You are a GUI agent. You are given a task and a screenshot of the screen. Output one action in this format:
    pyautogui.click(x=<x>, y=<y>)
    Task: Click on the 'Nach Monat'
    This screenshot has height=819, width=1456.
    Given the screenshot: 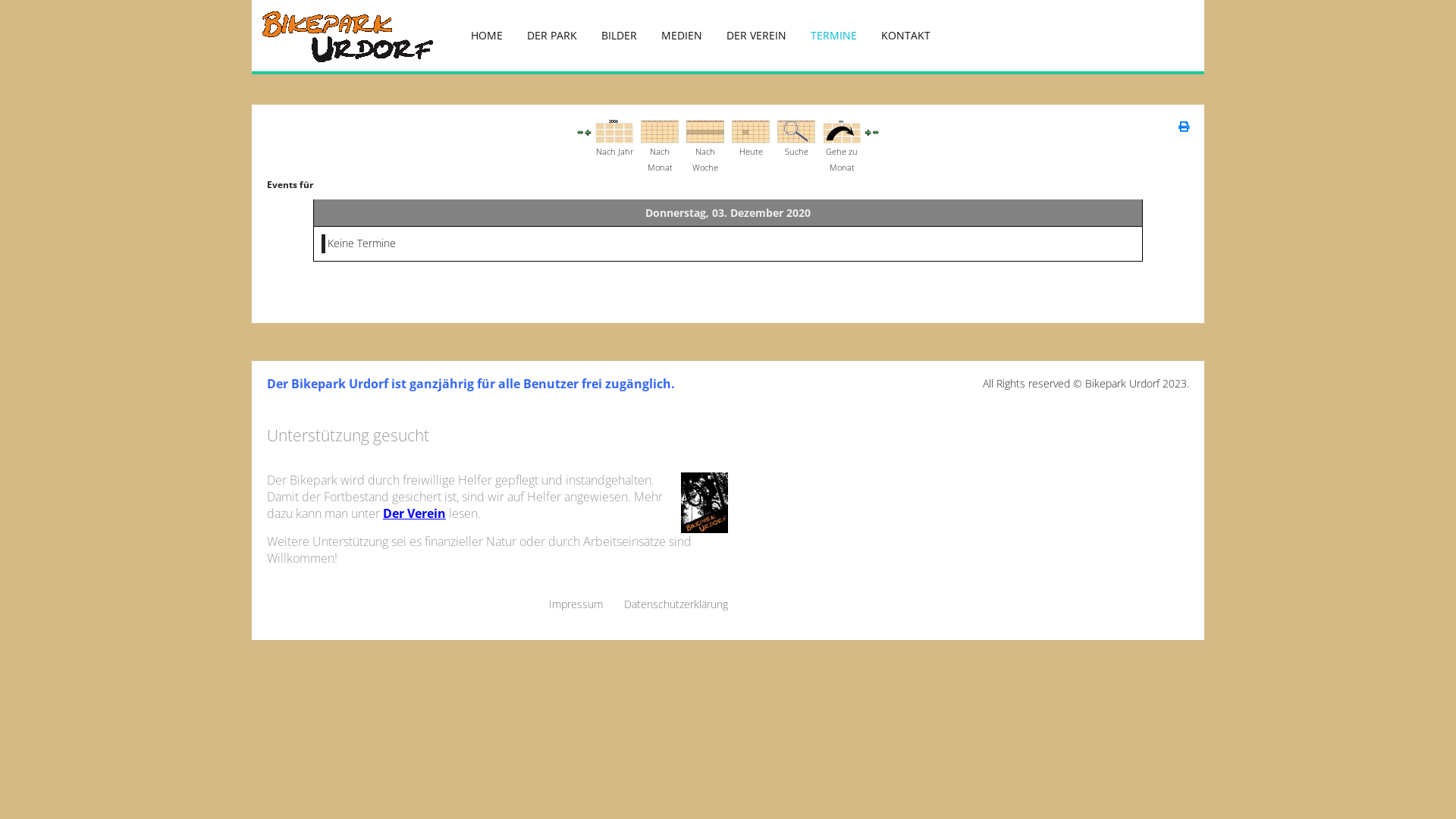 What is the action you would take?
    pyautogui.click(x=659, y=129)
    